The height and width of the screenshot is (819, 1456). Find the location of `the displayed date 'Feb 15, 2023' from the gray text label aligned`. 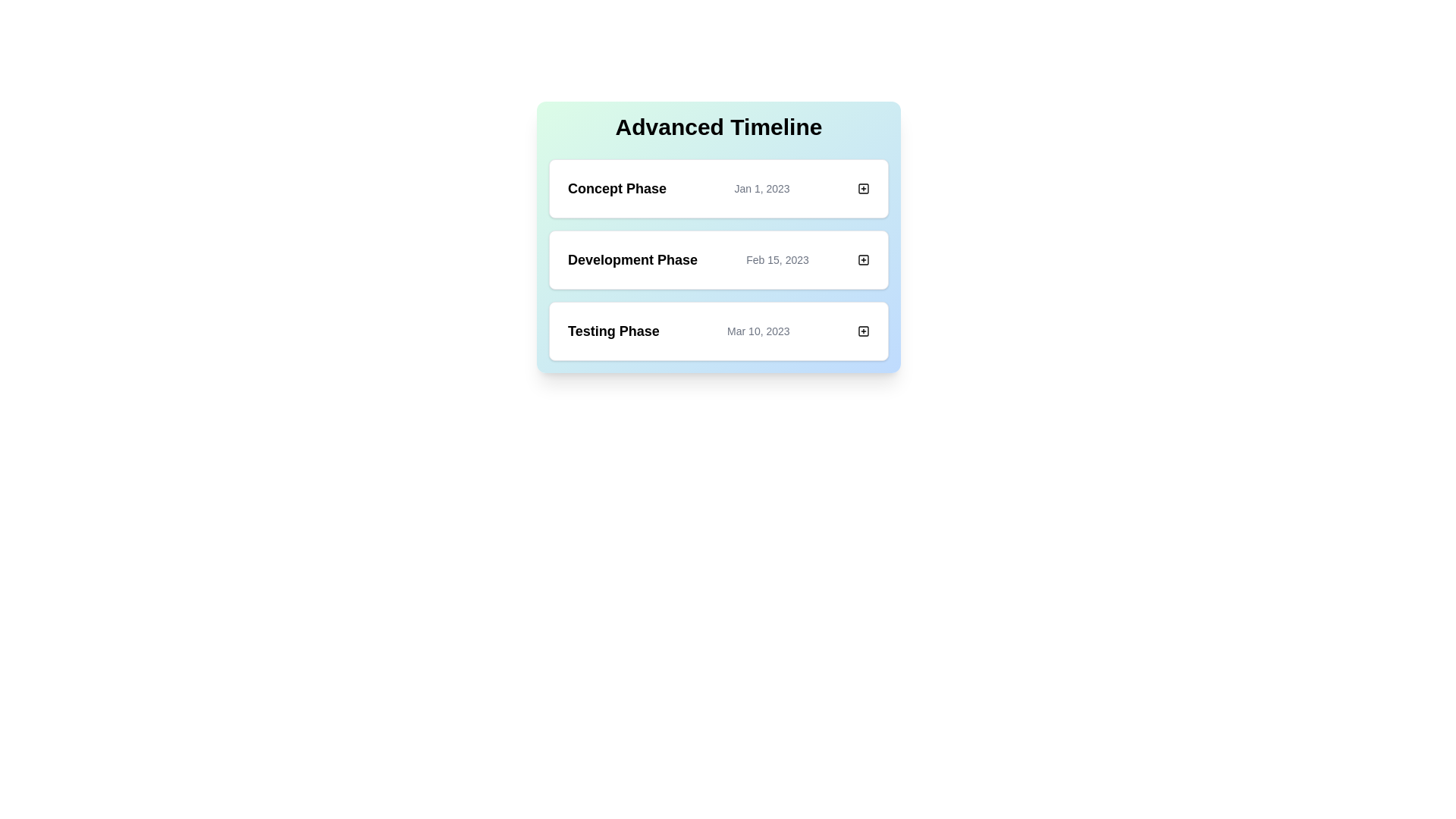

the displayed date 'Feb 15, 2023' from the gray text label aligned is located at coordinates (777, 259).